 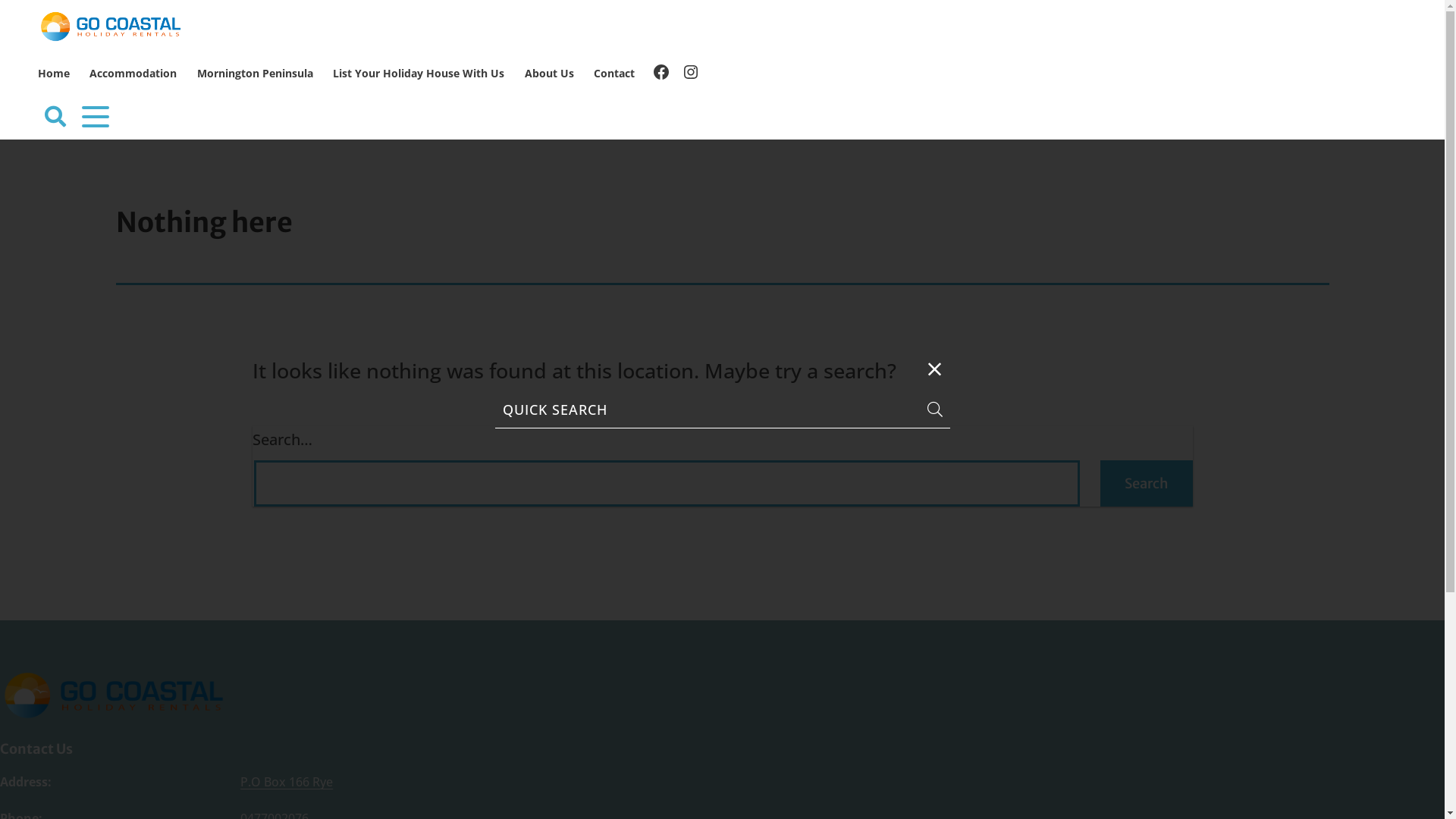 I want to click on 'Mornington Peninsula', so click(x=255, y=74).